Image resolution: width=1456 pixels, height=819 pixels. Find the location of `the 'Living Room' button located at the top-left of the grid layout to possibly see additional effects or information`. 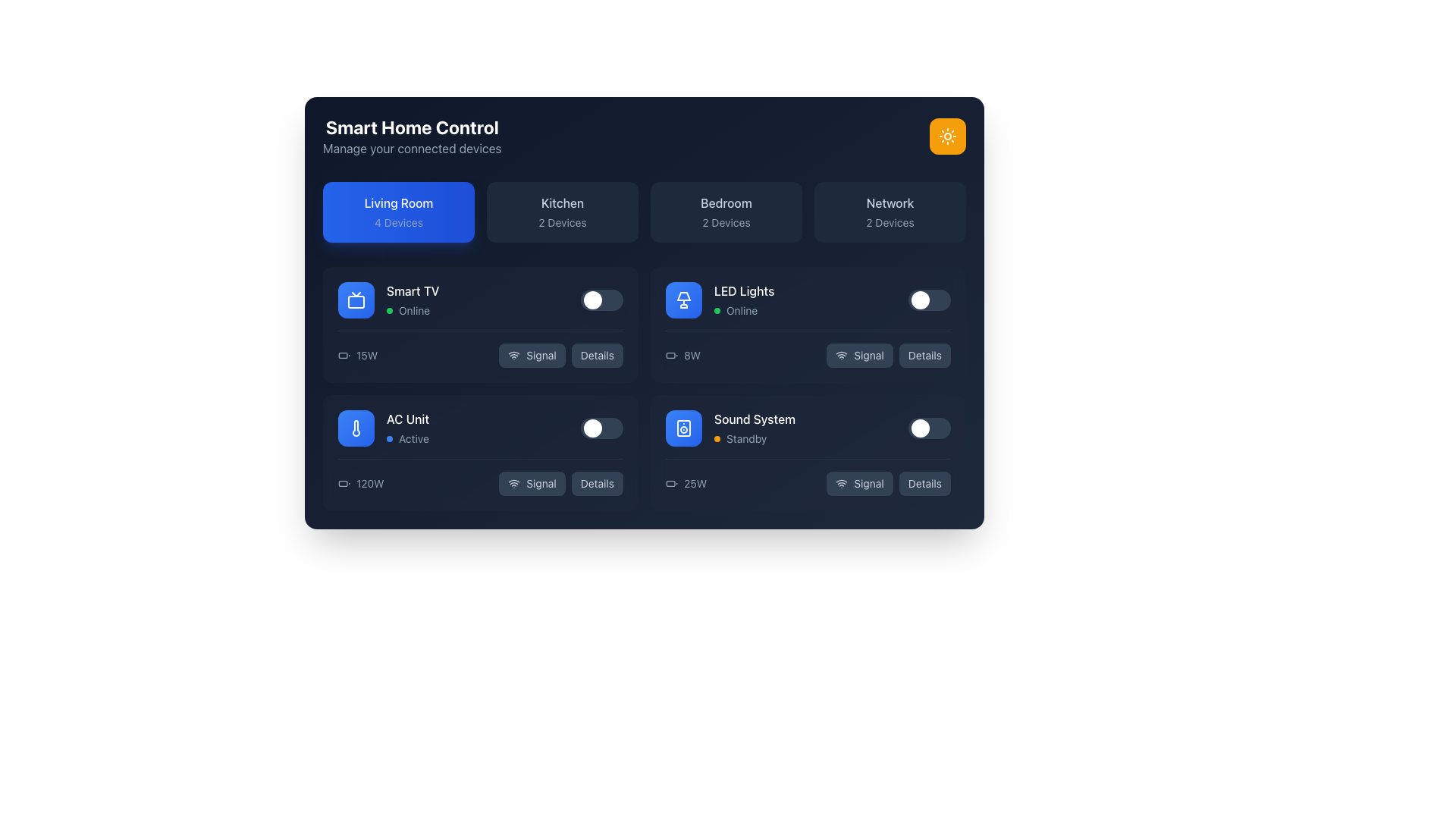

the 'Living Room' button located at the top-left of the grid layout to possibly see additional effects or information is located at coordinates (399, 212).